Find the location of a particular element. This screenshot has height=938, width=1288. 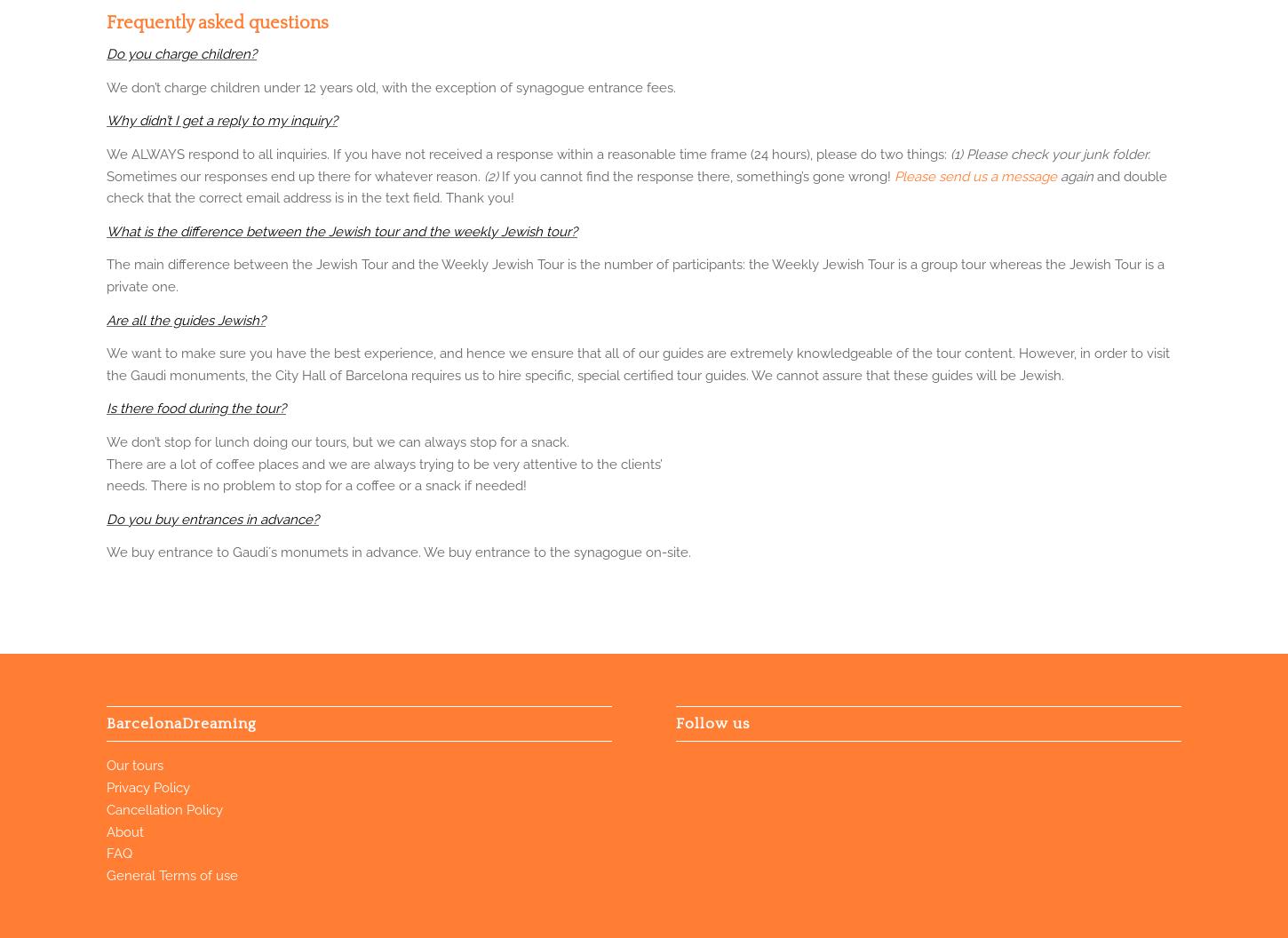

'Cancellation Policy' is located at coordinates (163, 808).